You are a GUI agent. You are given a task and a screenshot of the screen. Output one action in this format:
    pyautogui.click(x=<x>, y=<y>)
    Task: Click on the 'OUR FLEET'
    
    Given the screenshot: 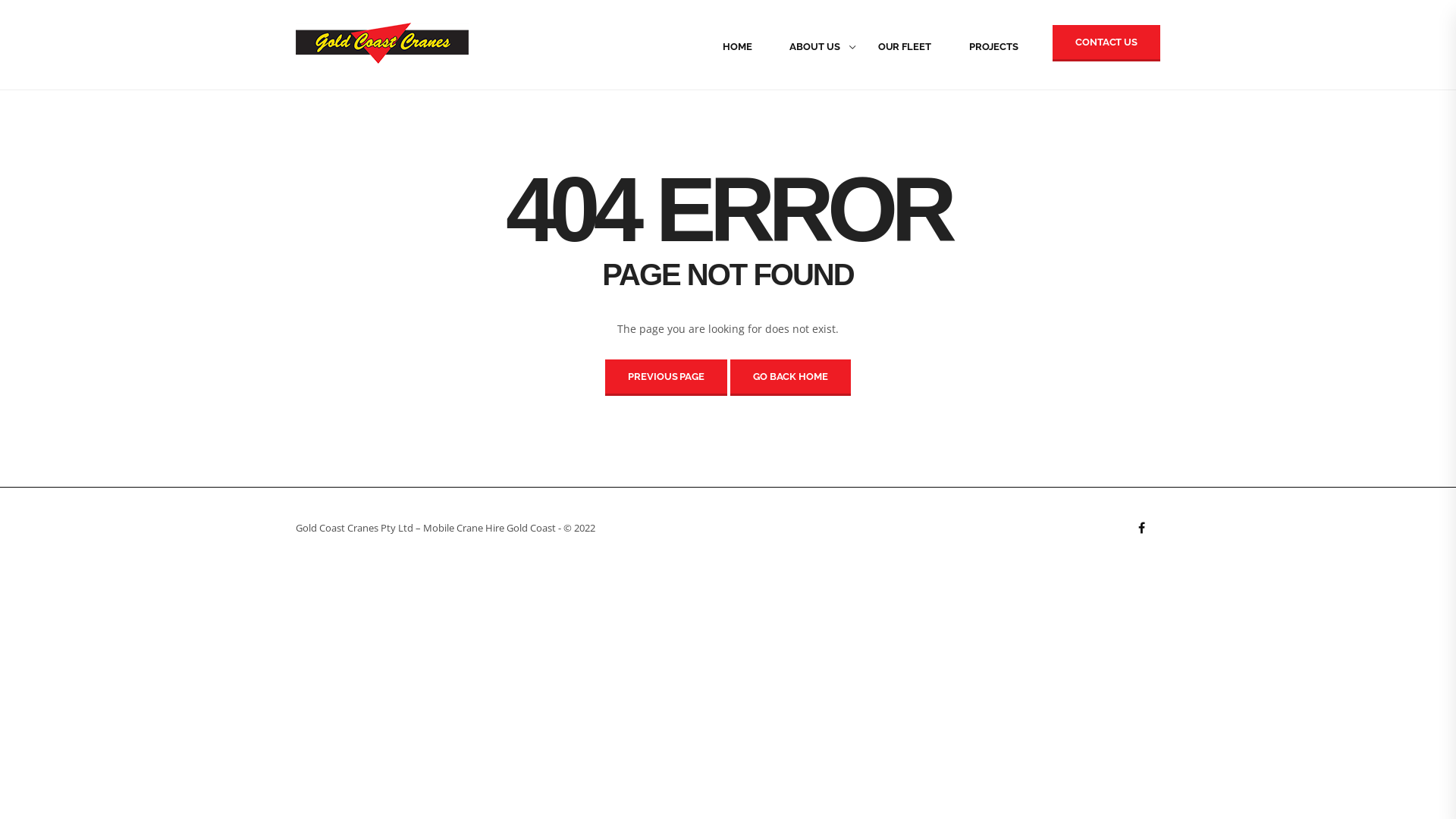 What is the action you would take?
    pyautogui.click(x=858, y=45)
    